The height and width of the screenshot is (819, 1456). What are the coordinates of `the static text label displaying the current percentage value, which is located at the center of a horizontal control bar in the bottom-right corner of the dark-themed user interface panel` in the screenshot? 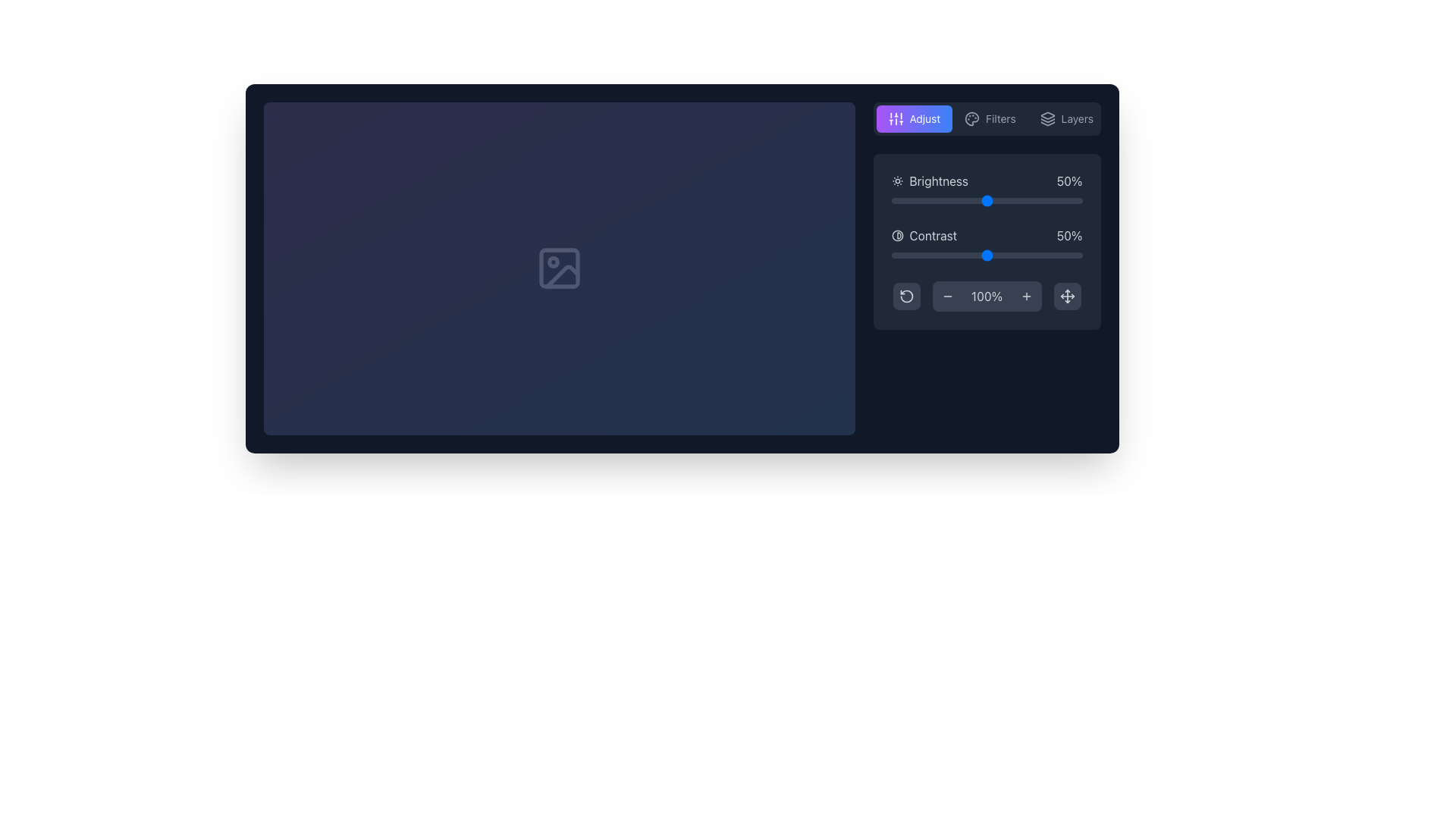 It's located at (987, 296).